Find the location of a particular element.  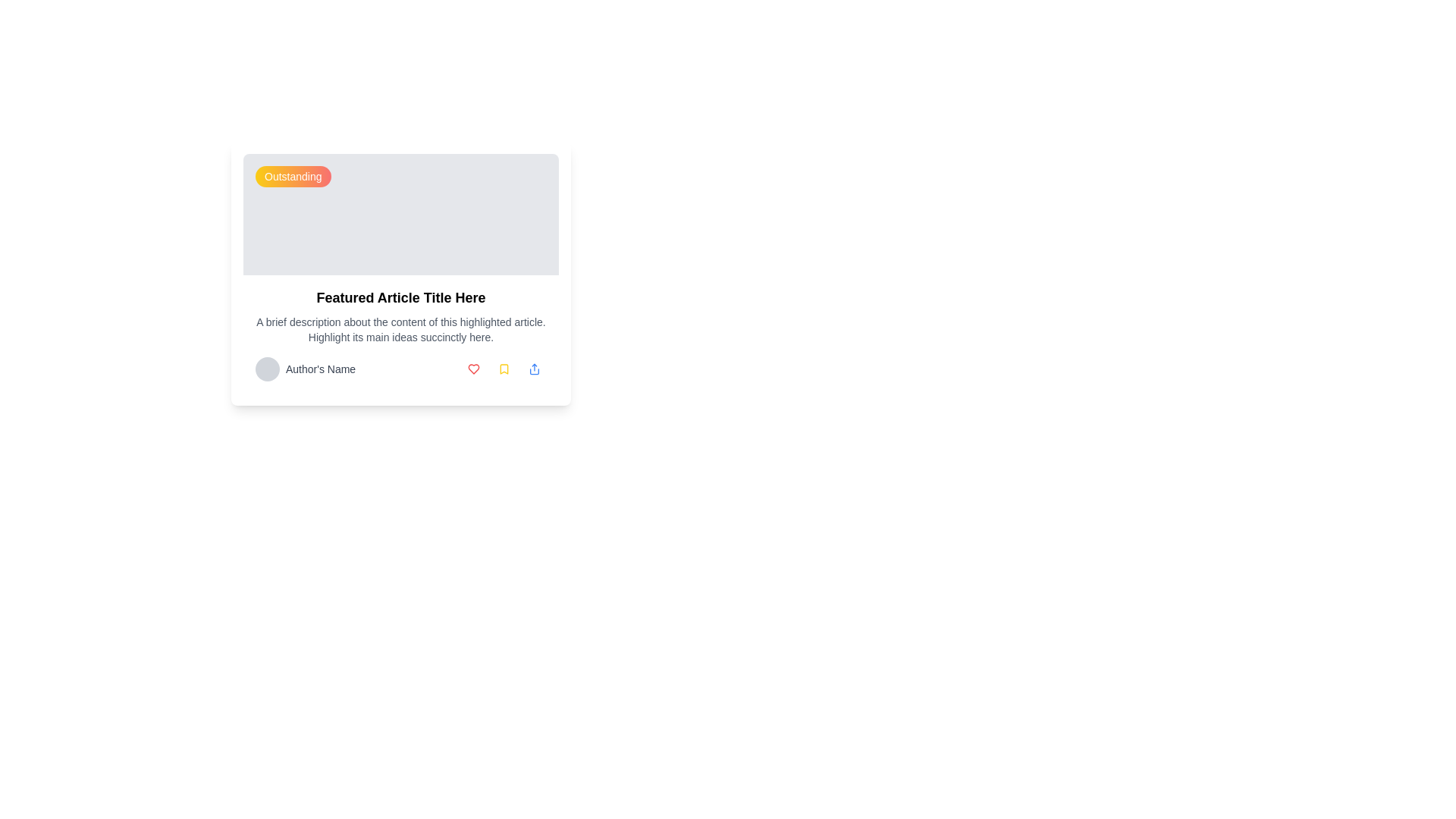

the descriptive text block, which is styled in gray and located below the title text of the article is located at coordinates (400, 329).